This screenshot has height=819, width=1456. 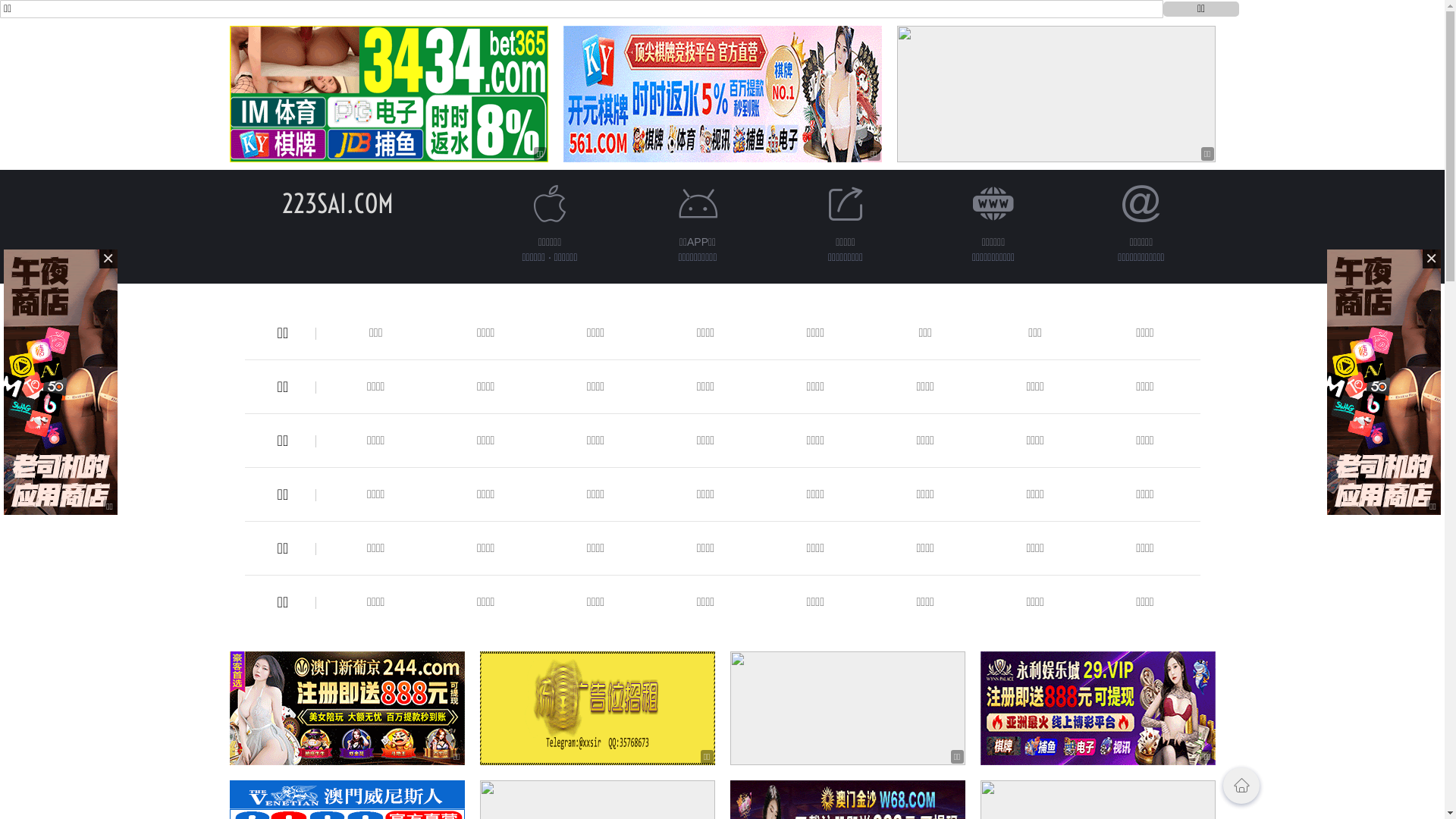 I want to click on '223SAI.COM', so click(x=337, y=202).